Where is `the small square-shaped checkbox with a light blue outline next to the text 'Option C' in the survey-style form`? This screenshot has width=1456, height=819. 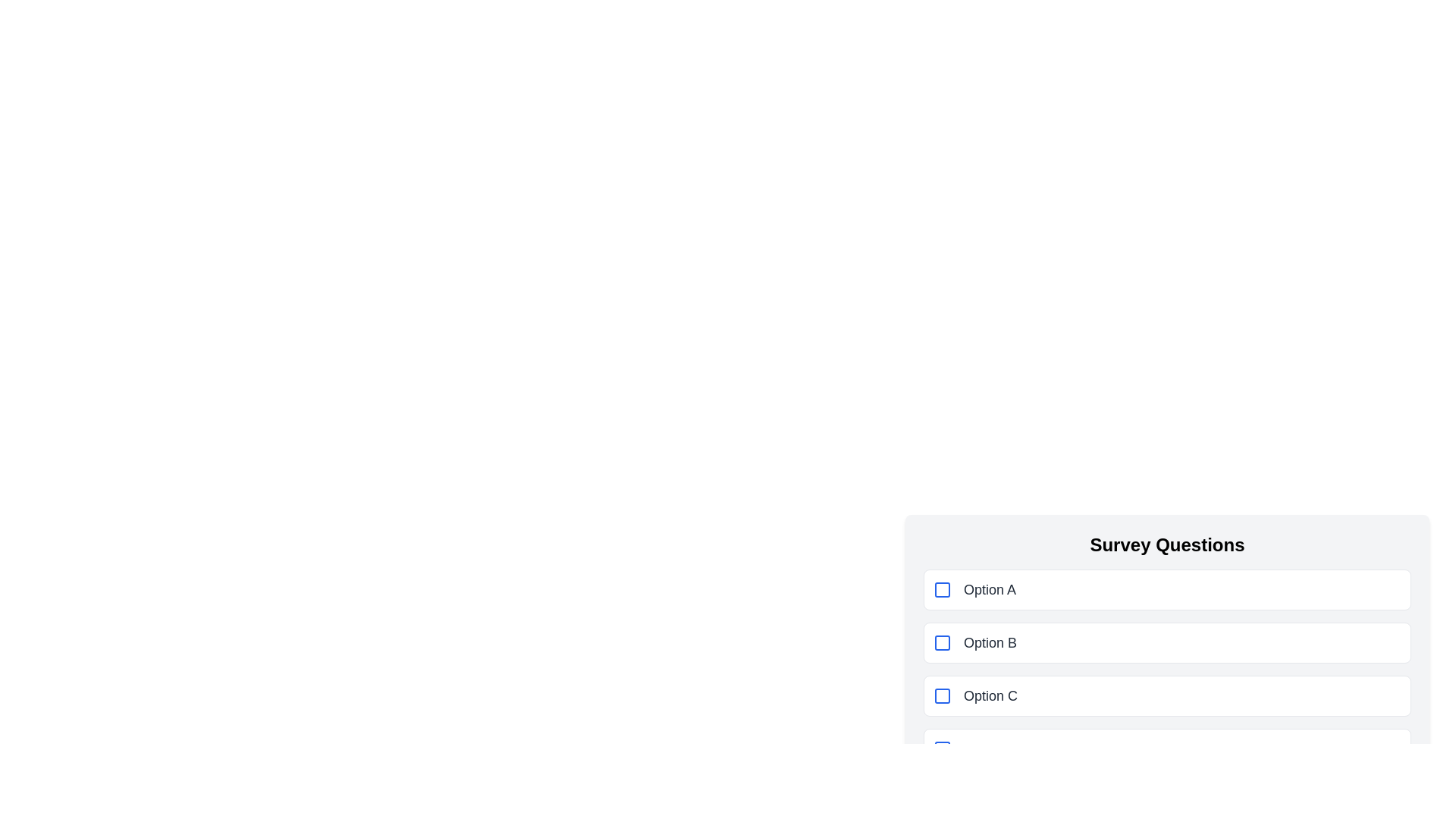 the small square-shaped checkbox with a light blue outline next to the text 'Option C' in the survey-style form is located at coordinates (942, 696).